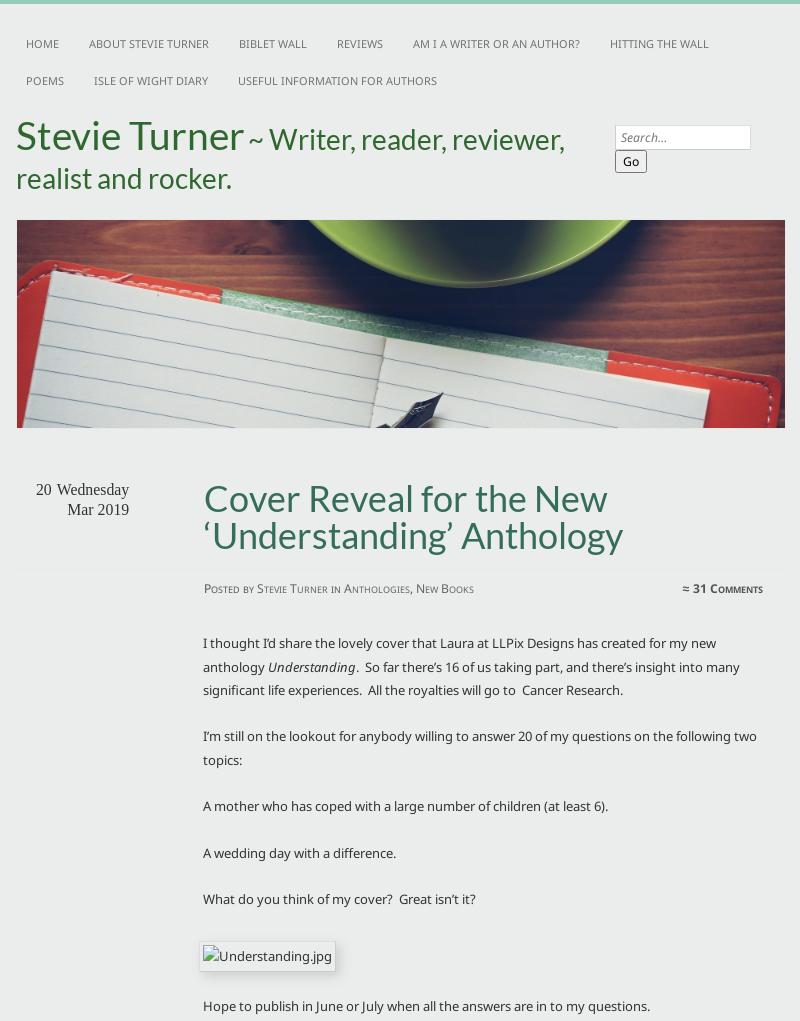 Image resolution: width=800 pixels, height=1021 pixels. What do you see at coordinates (336, 587) in the screenshot?
I see `'in'` at bounding box center [336, 587].